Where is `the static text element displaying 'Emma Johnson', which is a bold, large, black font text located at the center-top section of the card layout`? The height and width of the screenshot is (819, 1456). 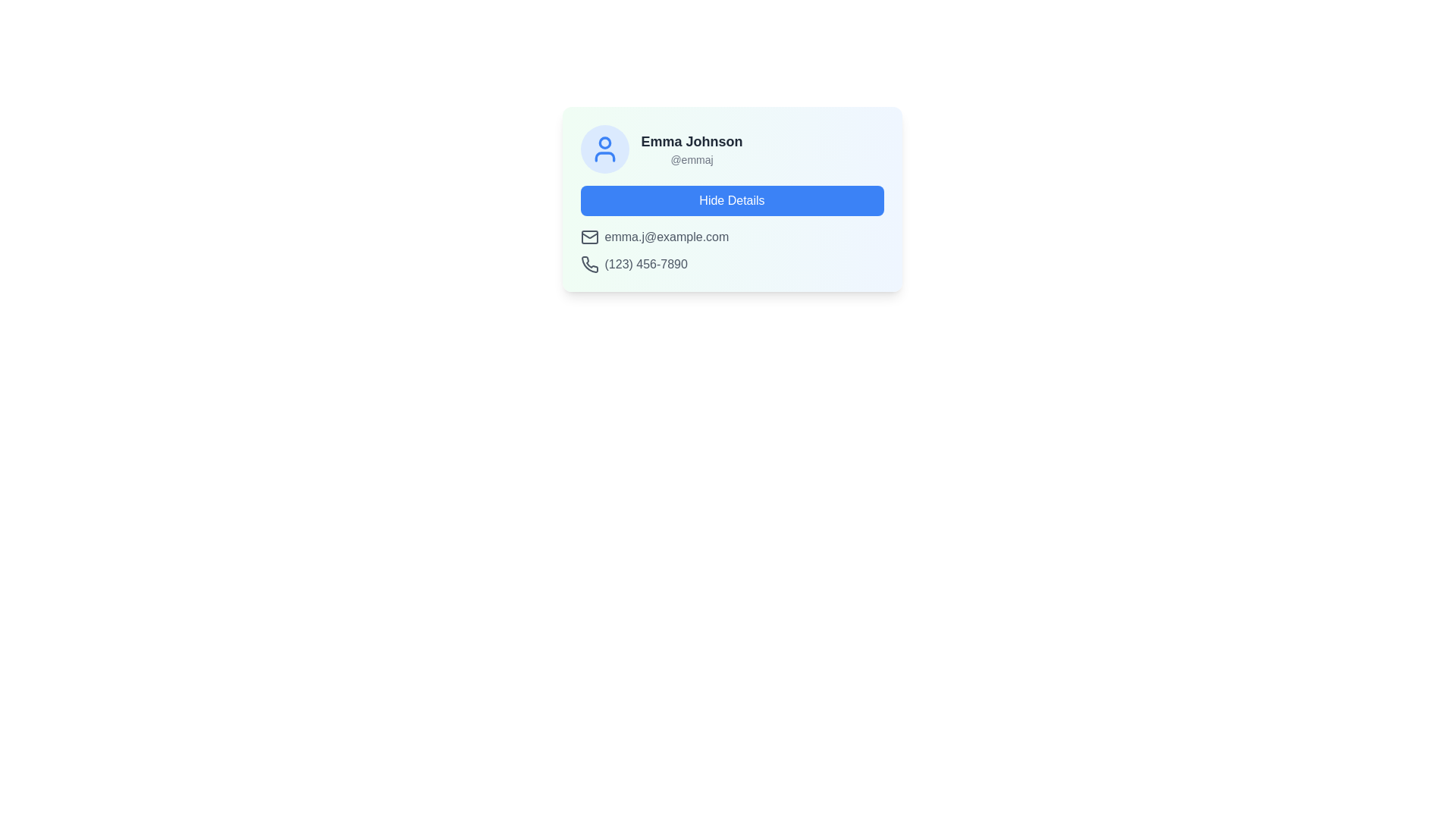
the static text element displaying 'Emma Johnson', which is a bold, large, black font text located at the center-top section of the card layout is located at coordinates (691, 141).